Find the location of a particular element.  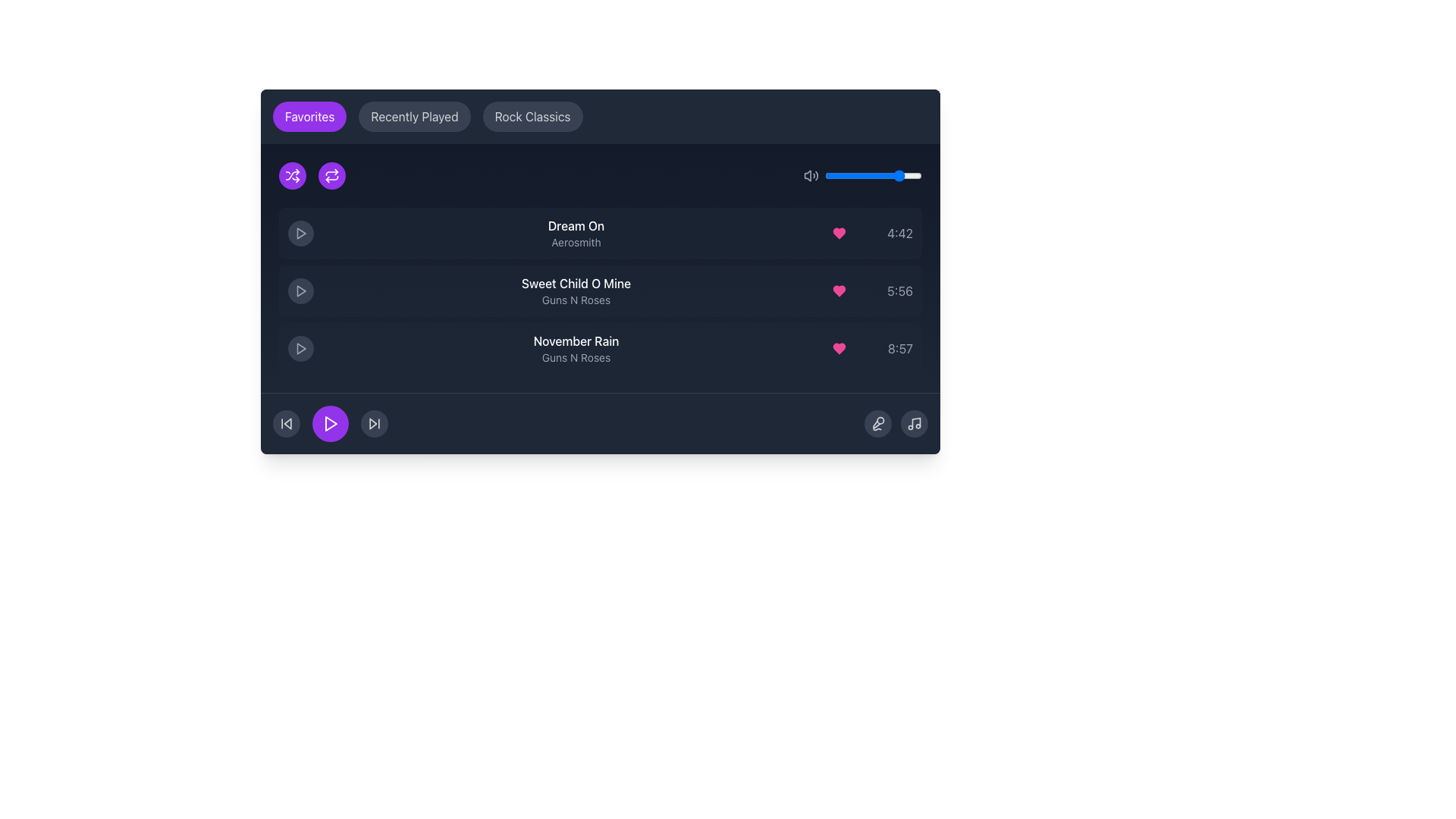

the heart-shaped pink button located in the row for 'November Rain' by 'Guns N Roses', positioned left of the time text '8:57' is located at coordinates (839, 348).